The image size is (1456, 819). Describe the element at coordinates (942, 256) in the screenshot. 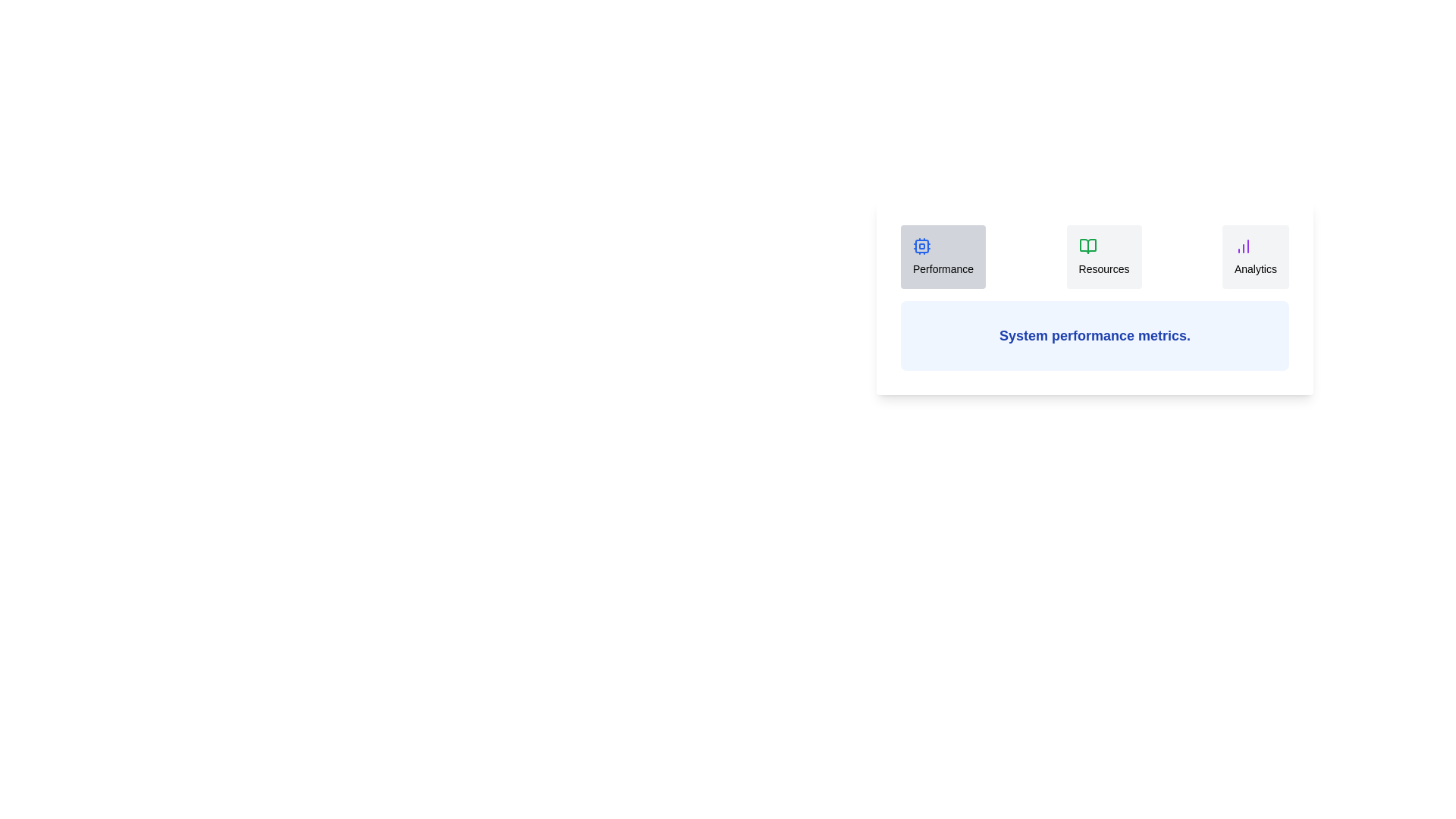

I see `the tab labeled Performance to inspect its layout` at that location.